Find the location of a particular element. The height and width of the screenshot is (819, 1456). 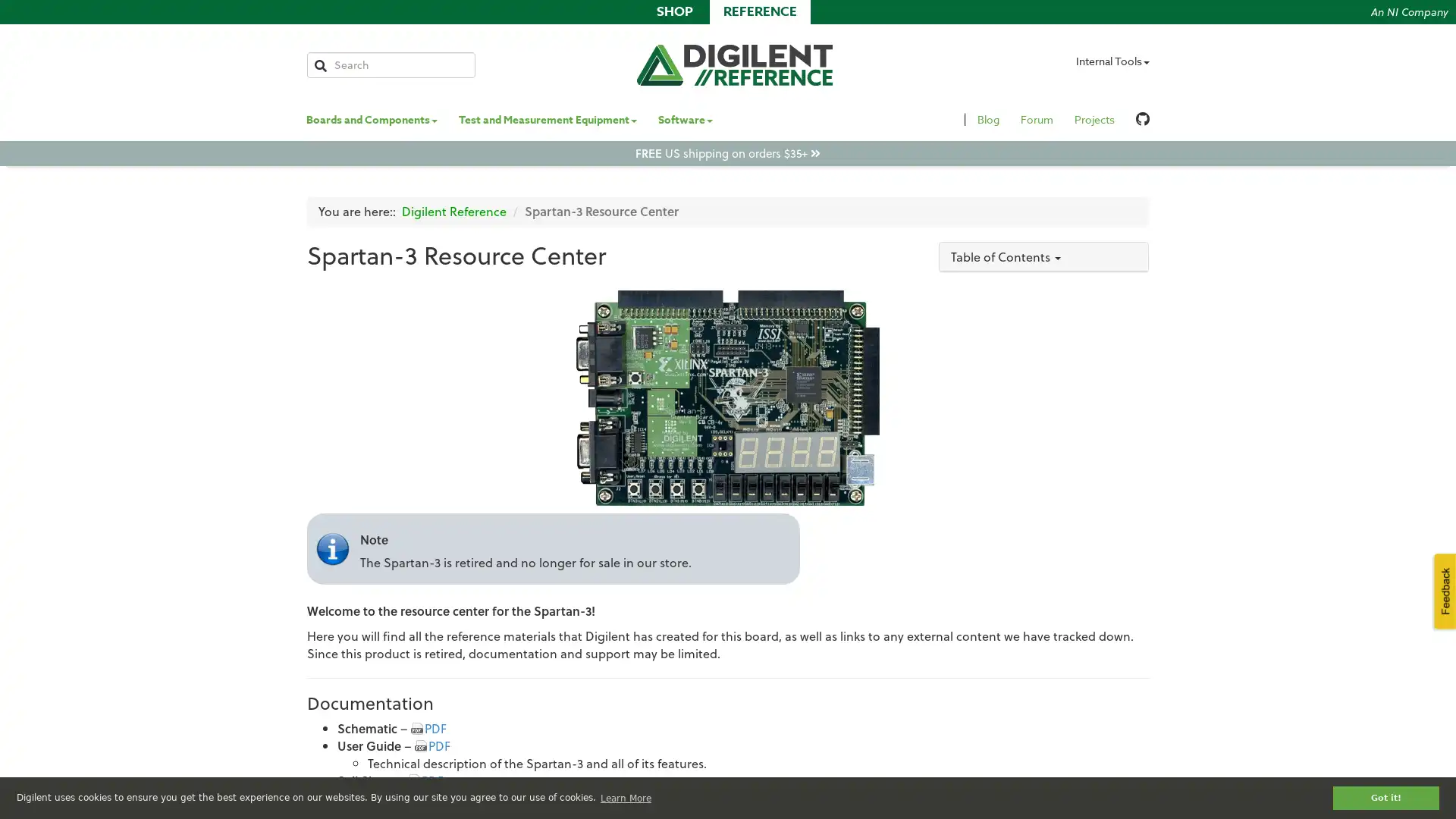

dismiss cookie message is located at coordinates (1386, 797).